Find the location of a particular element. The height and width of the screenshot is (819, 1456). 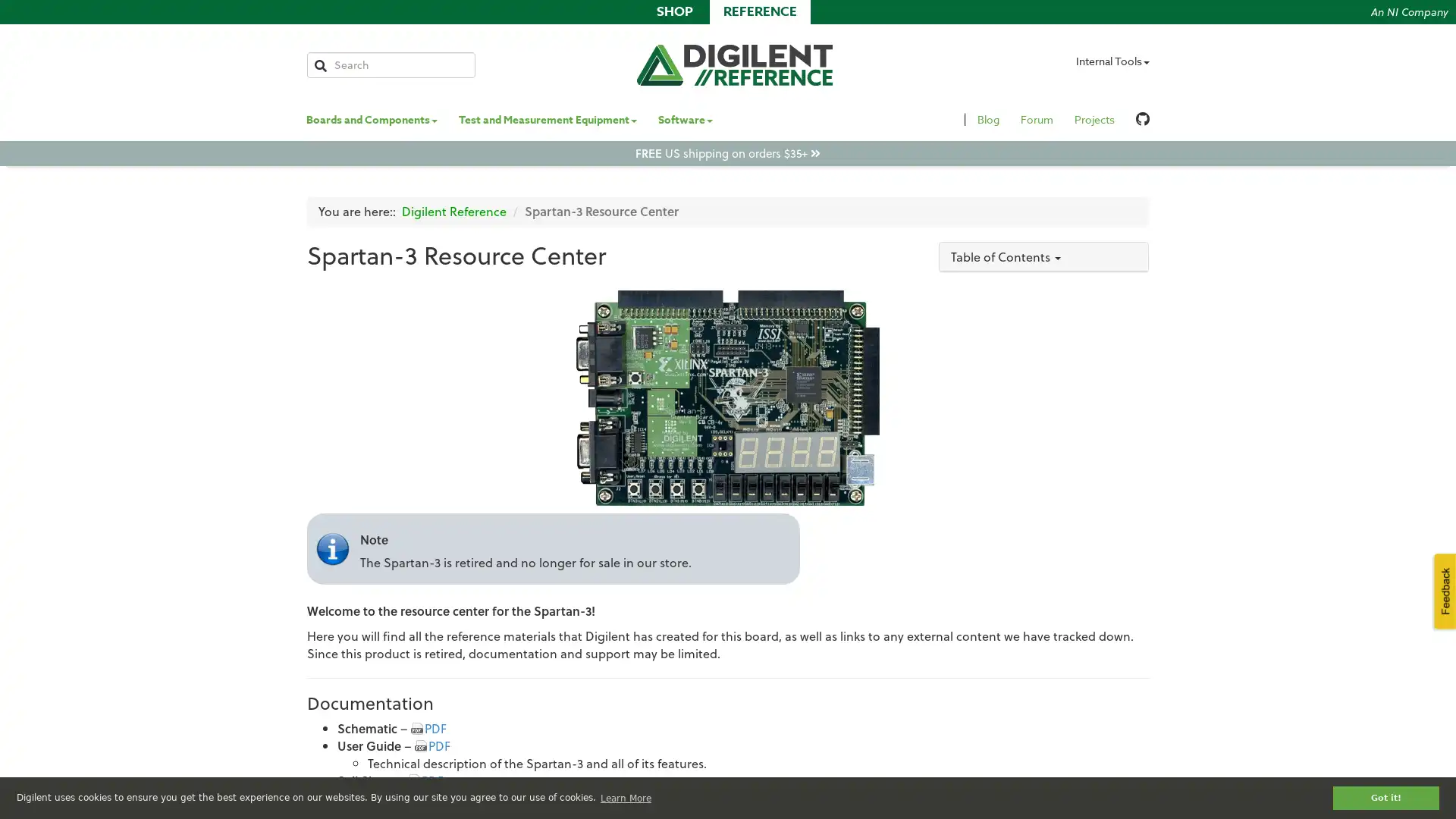

dismiss cookie message is located at coordinates (1386, 797).